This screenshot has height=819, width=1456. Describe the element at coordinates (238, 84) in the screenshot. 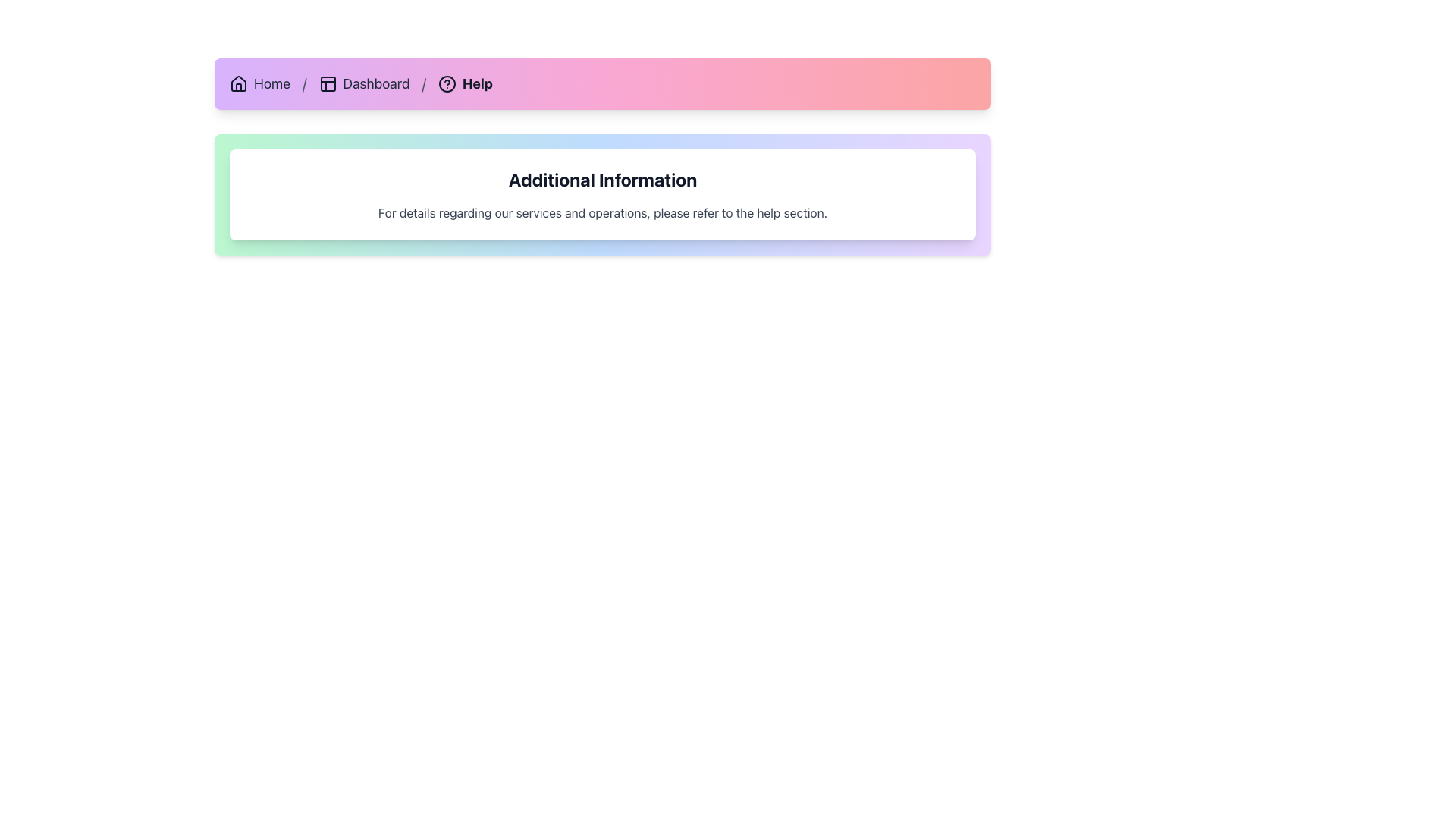

I see `the house-shaped icon located at the top-left corner of the breadcrumb navigation bar` at that location.